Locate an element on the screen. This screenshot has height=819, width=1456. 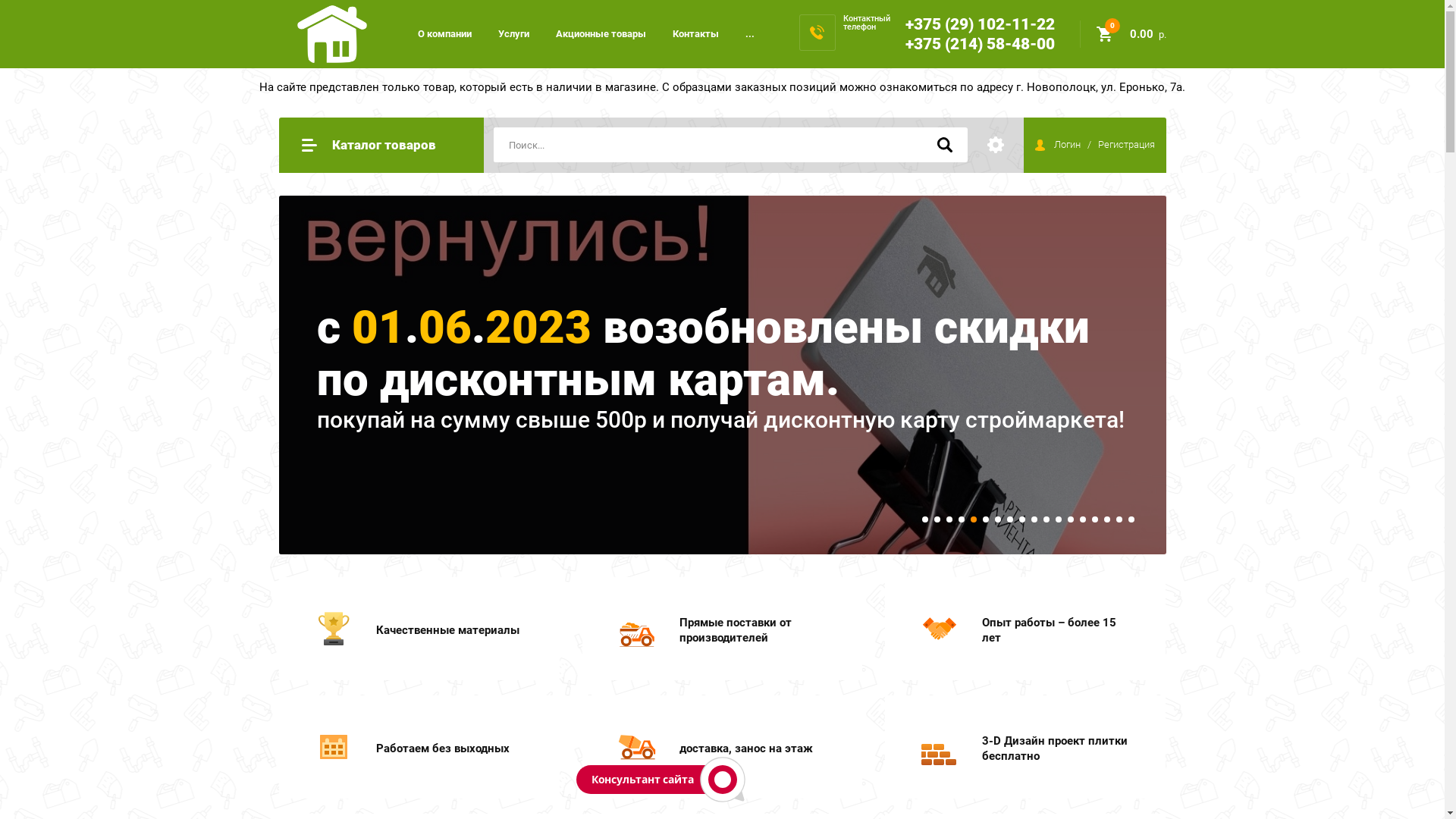
'+375 (214) 58-48-00' is located at coordinates (980, 42).